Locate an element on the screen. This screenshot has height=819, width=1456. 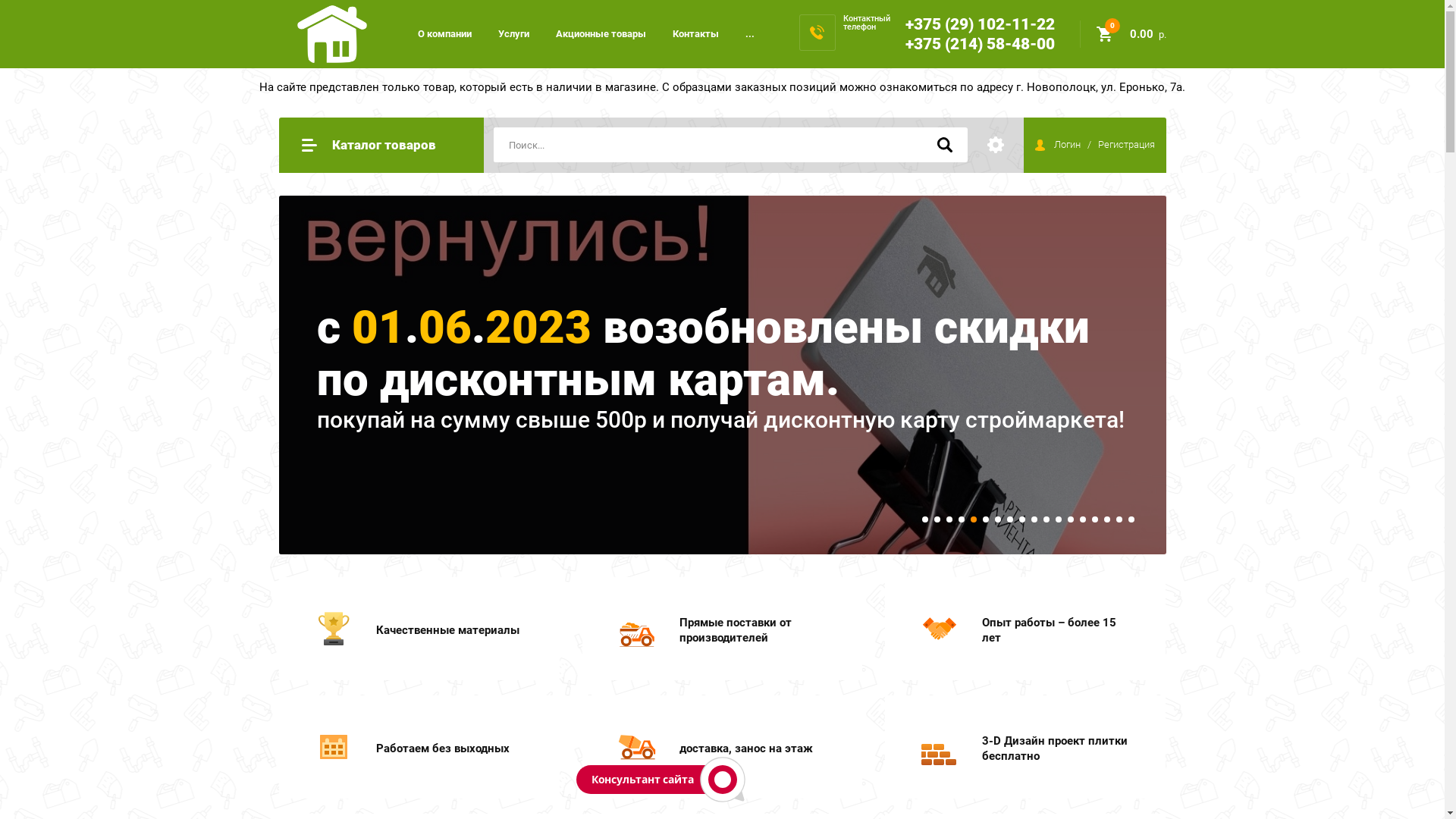
'+375 (214) 58-48-00' is located at coordinates (980, 42).